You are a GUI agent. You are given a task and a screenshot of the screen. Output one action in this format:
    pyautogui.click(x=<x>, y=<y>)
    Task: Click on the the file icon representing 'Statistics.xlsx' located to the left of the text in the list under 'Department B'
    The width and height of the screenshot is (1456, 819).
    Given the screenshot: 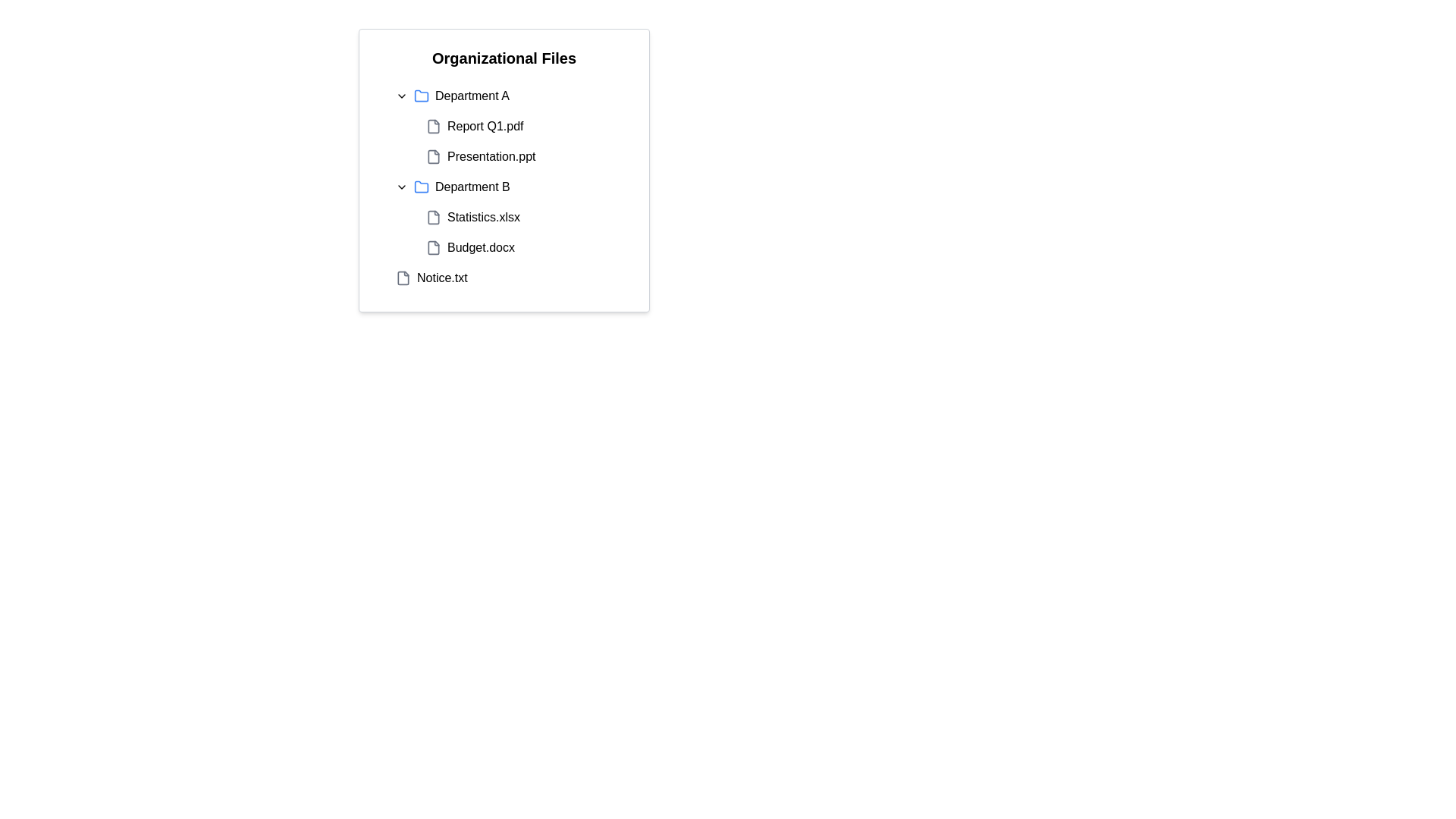 What is the action you would take?
    pyautogui.click(x=432, y=217)
    